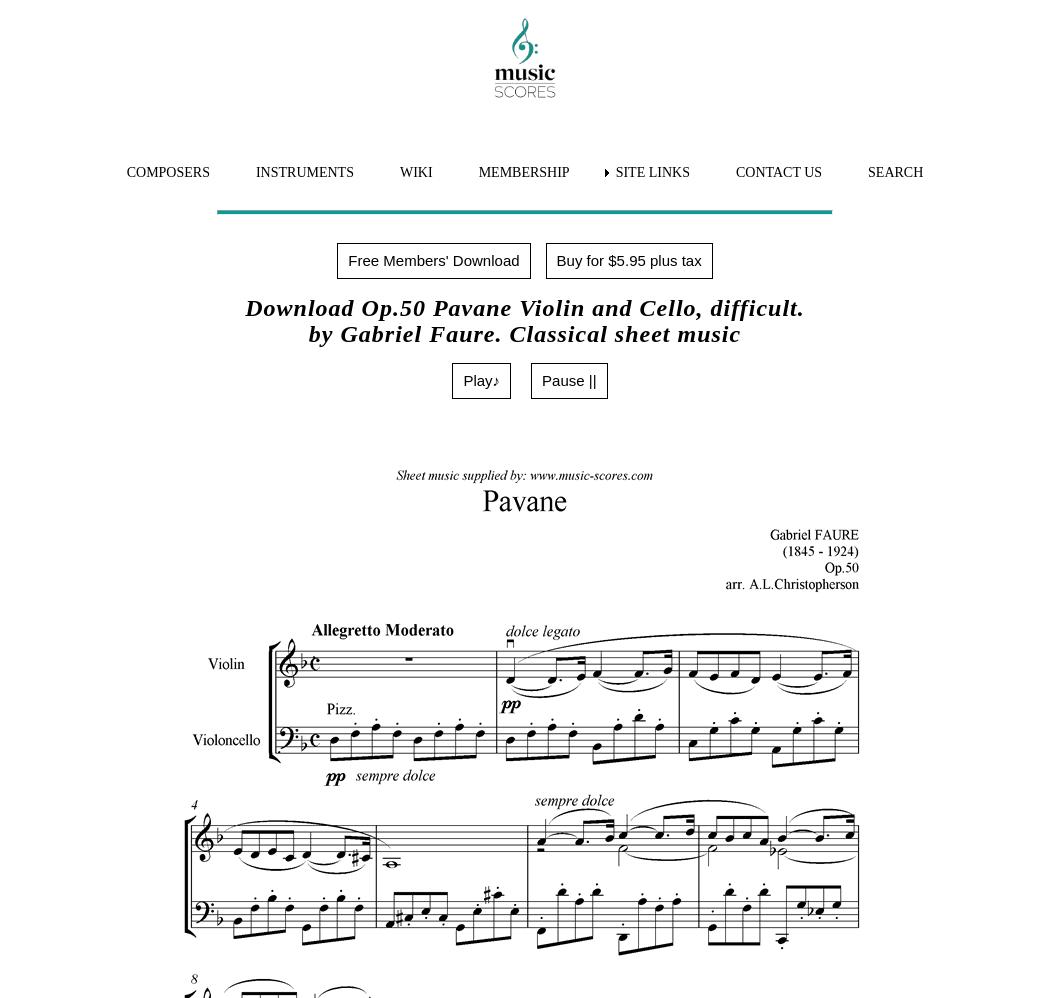 Image resolution: width=1050 pixels, height=998 pixels. What do you see at coordinates (778, 170) in the screenshot?
I see `'CONTACT US'` at bounding box center [778, 170].